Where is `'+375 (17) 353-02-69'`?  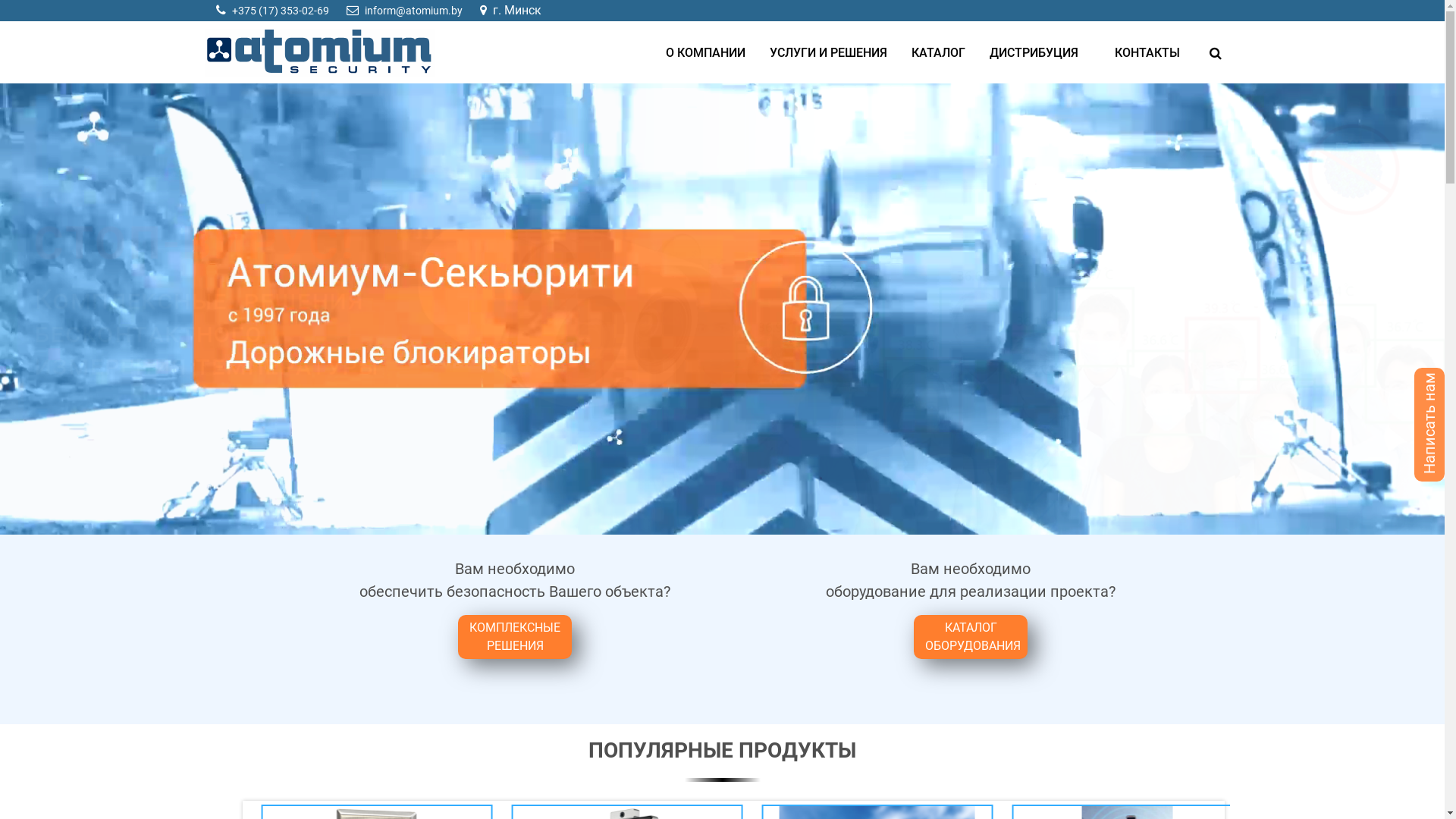
'+375 (17) 353-02-69' is located at coordinates (280, 11).